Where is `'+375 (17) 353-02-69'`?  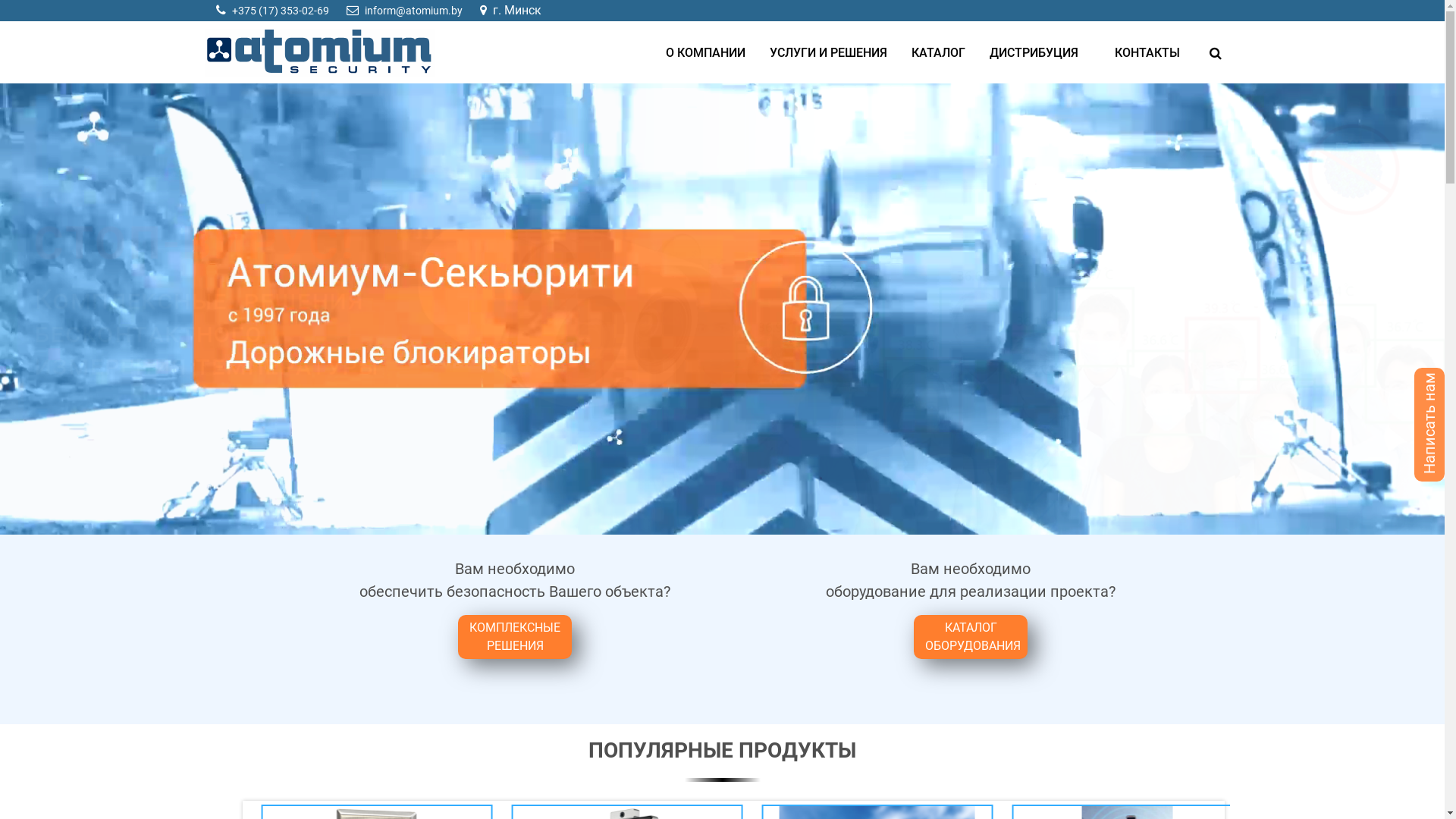
'+375 (17) 353-02-69' is located at coordinates (280, 11).